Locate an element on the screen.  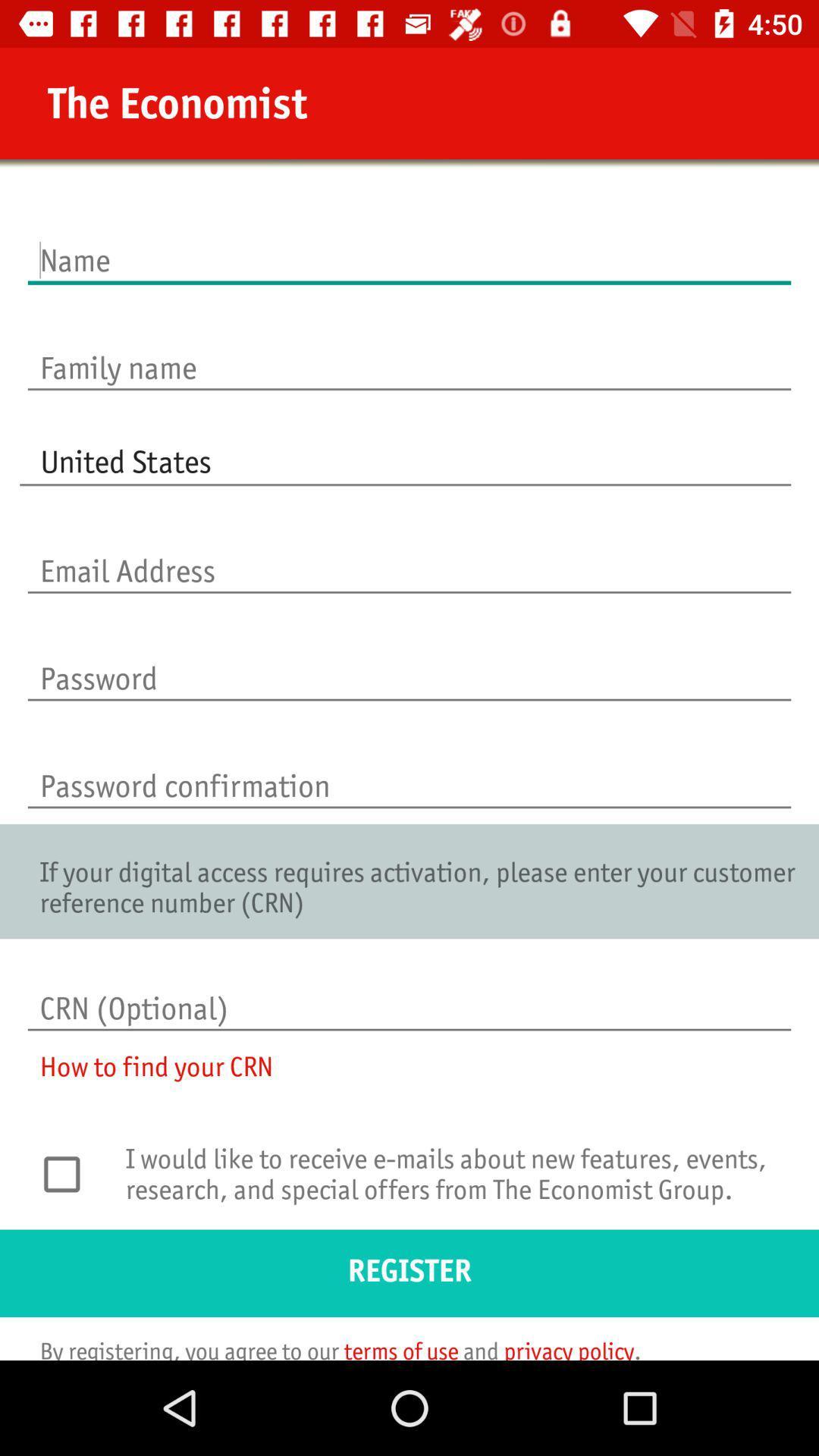
password field is located at coordinates (409, 663).